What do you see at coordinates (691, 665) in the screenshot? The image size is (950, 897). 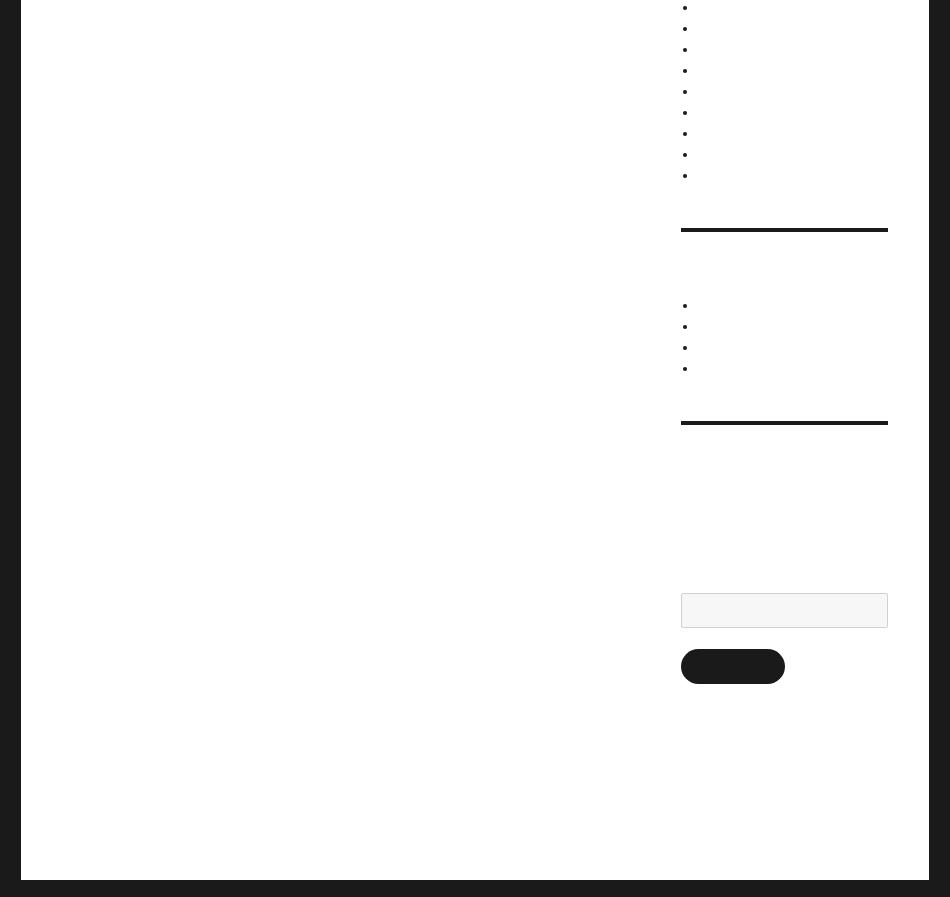 I see `'Subscribe'` at bounding box center [691, 665].